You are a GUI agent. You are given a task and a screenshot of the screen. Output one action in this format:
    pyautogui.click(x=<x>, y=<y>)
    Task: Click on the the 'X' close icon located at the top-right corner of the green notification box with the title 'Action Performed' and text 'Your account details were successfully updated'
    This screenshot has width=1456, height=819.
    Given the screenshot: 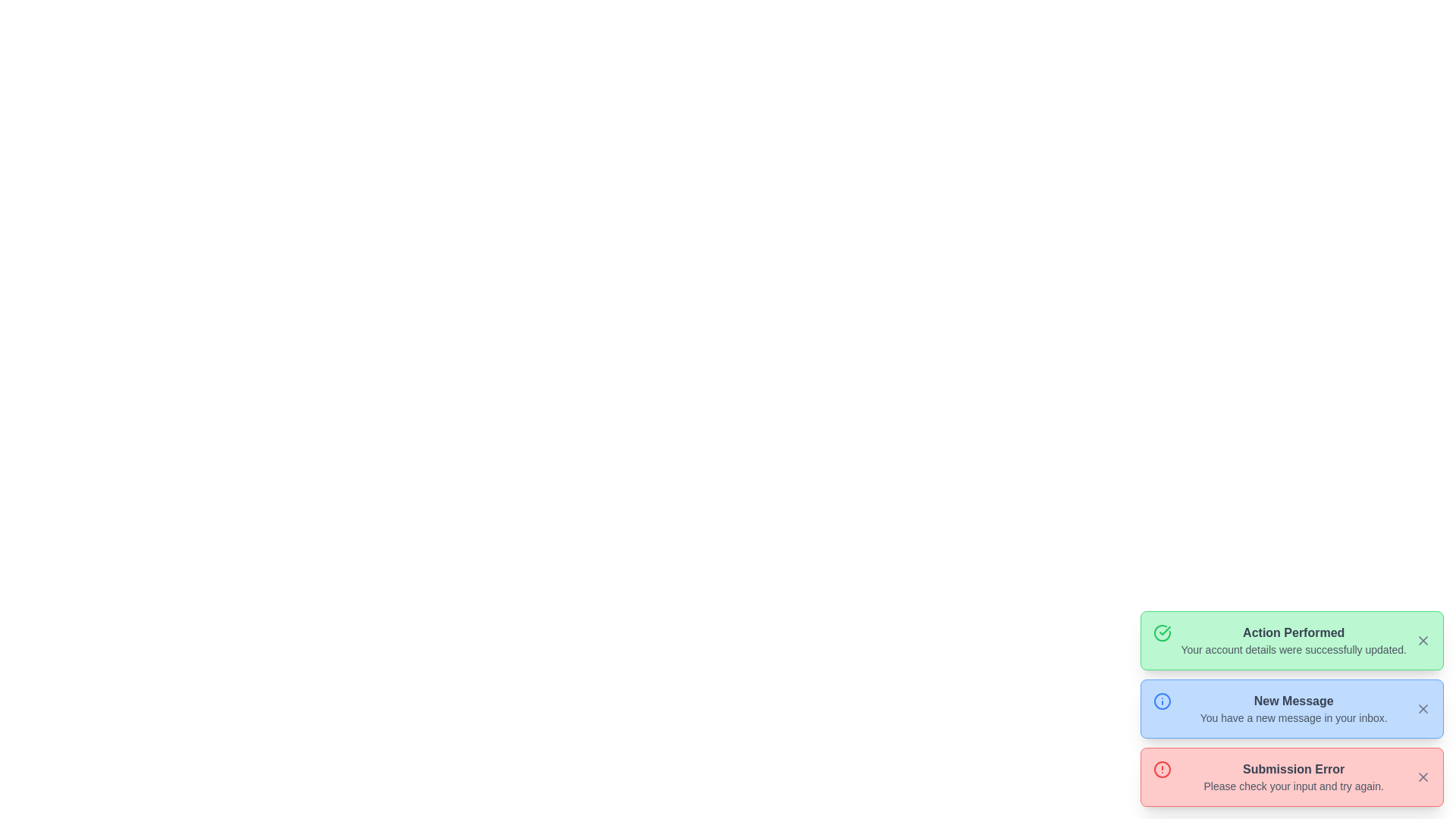 What is the action you would take?
    pyautogui.click(x=1422, y=640)
    